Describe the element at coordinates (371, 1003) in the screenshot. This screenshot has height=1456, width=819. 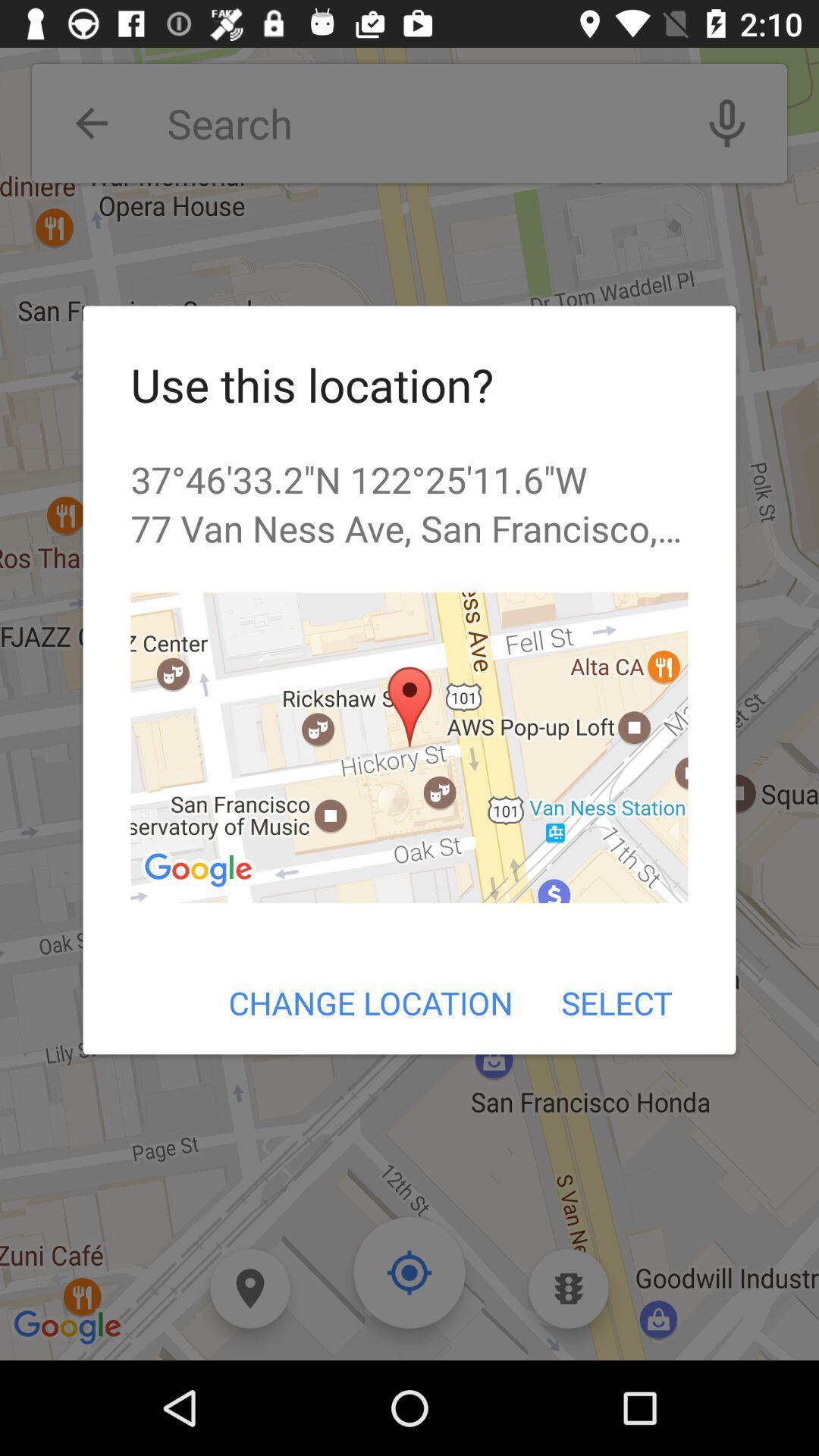
I see `the item to the left of select item` at that location.